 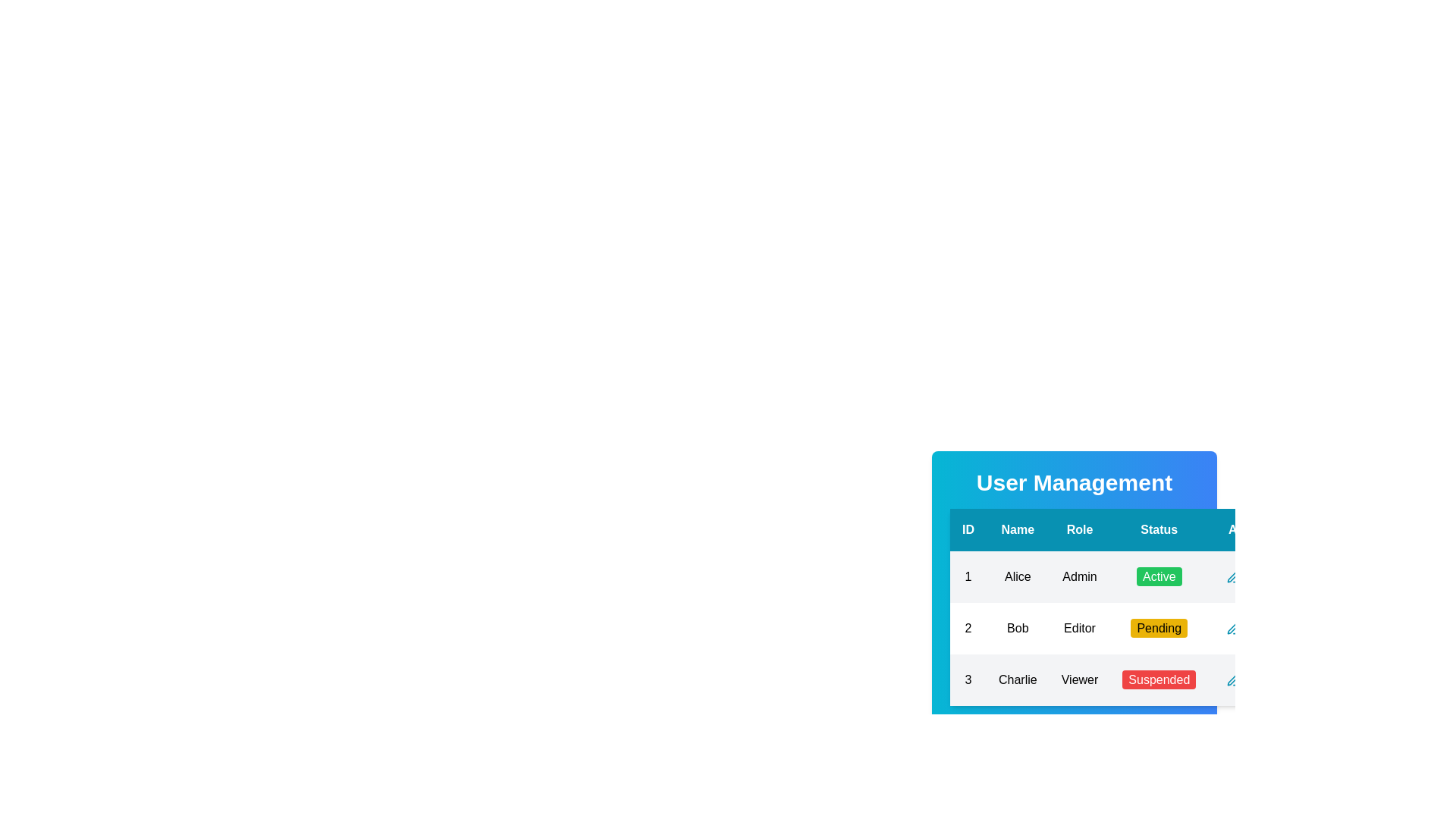 What do you see at coordinates (1122, 679) in the screenshot?
I see `the third row in the User Management table representing user Charlie, who has the role of Viewer and account status Suspended` at bounding box center [1122, 679].